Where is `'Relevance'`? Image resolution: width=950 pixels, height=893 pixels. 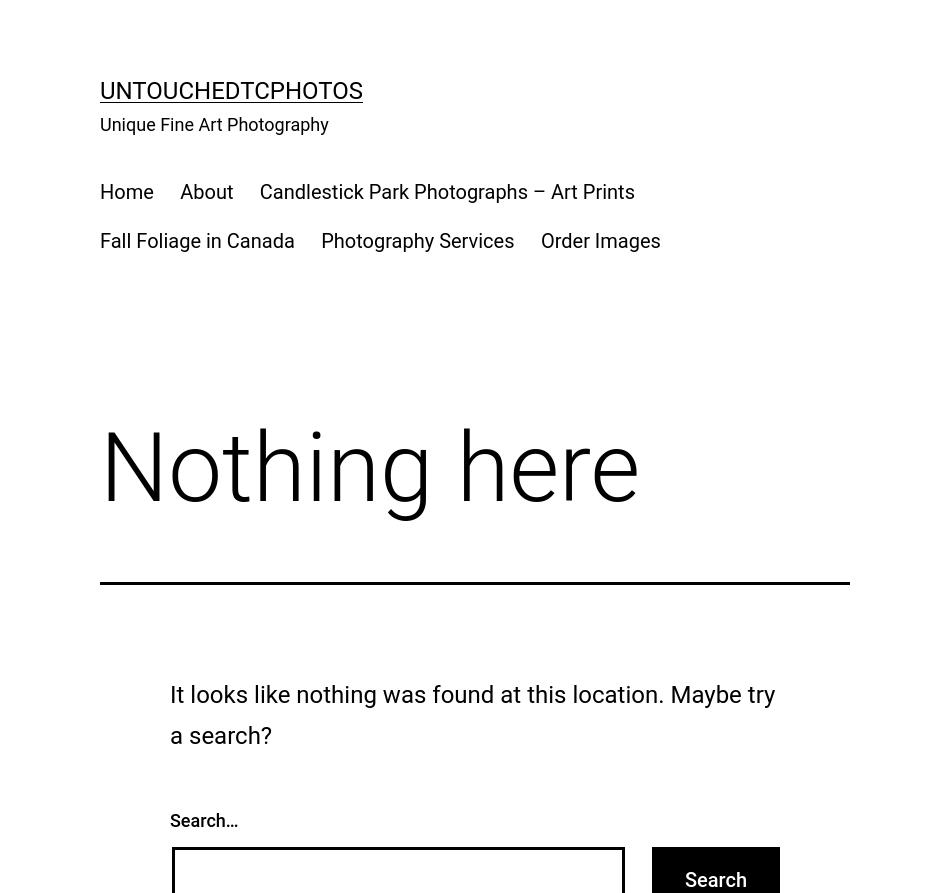
'Relevance' is located at coordinates (119, 142).